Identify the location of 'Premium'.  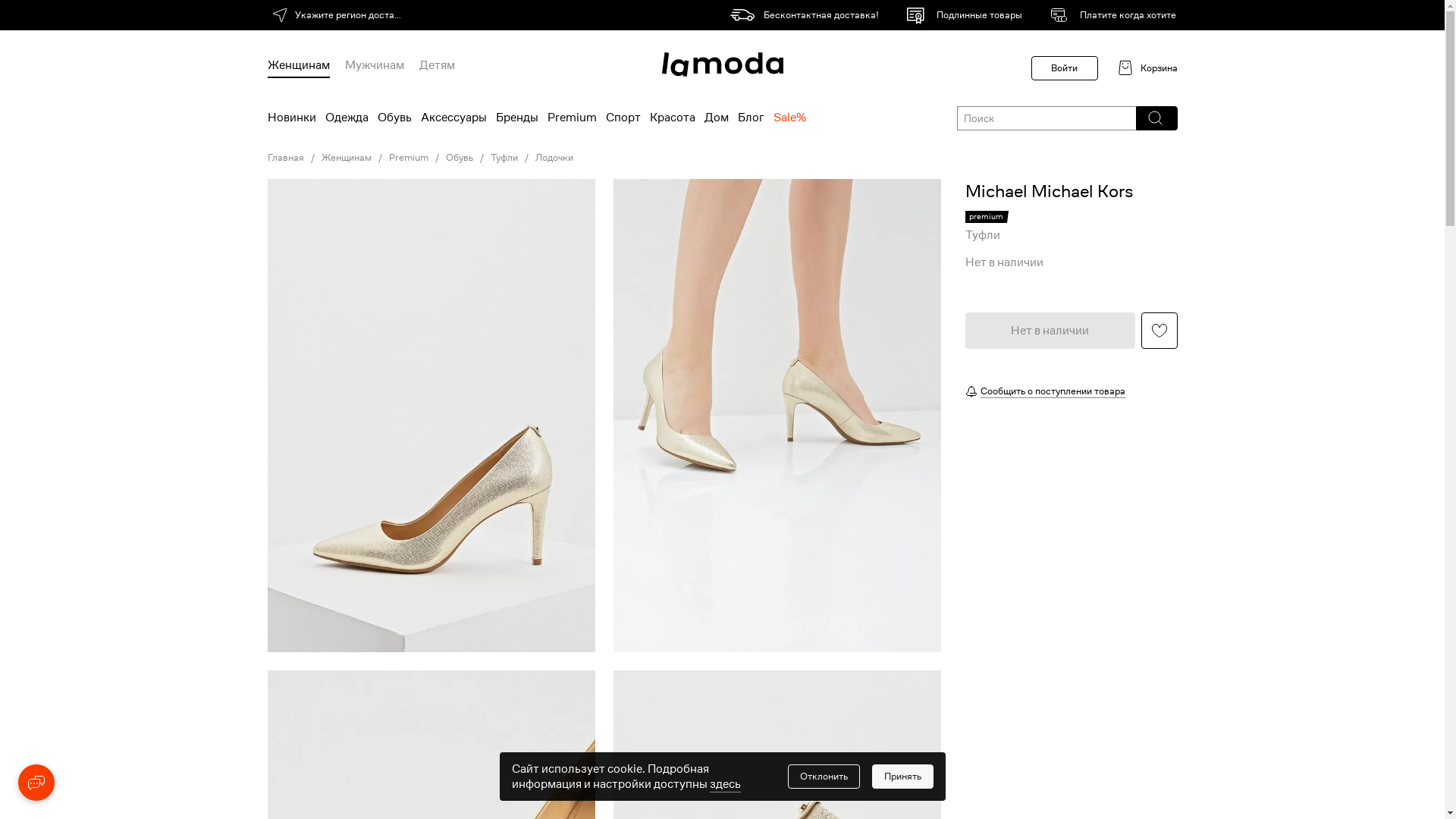
(407, 158).